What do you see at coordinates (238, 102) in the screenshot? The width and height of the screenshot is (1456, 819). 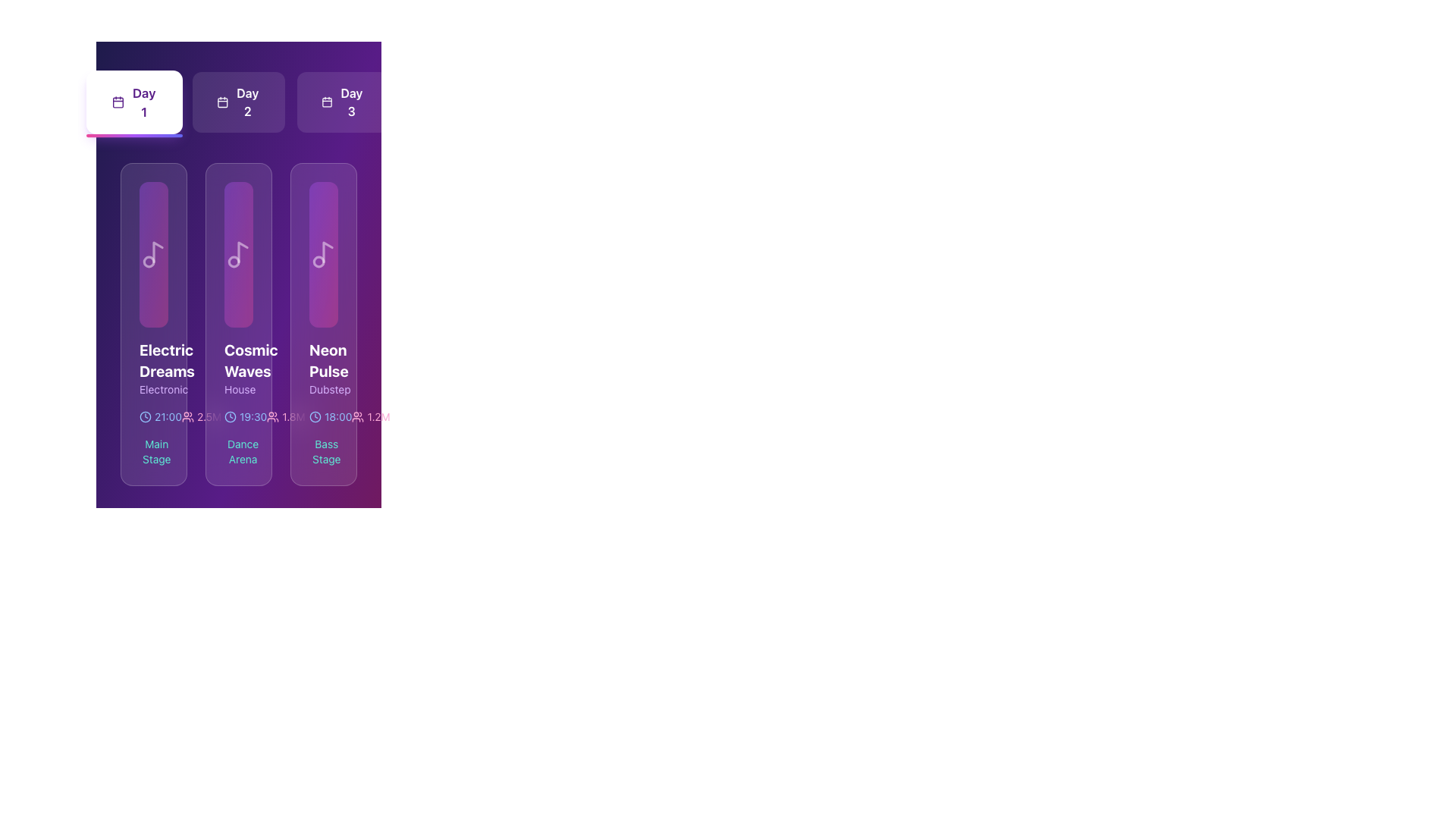 I see `the 'Day 2' button in the multi-day event interface` at bounding box center [238, 102].